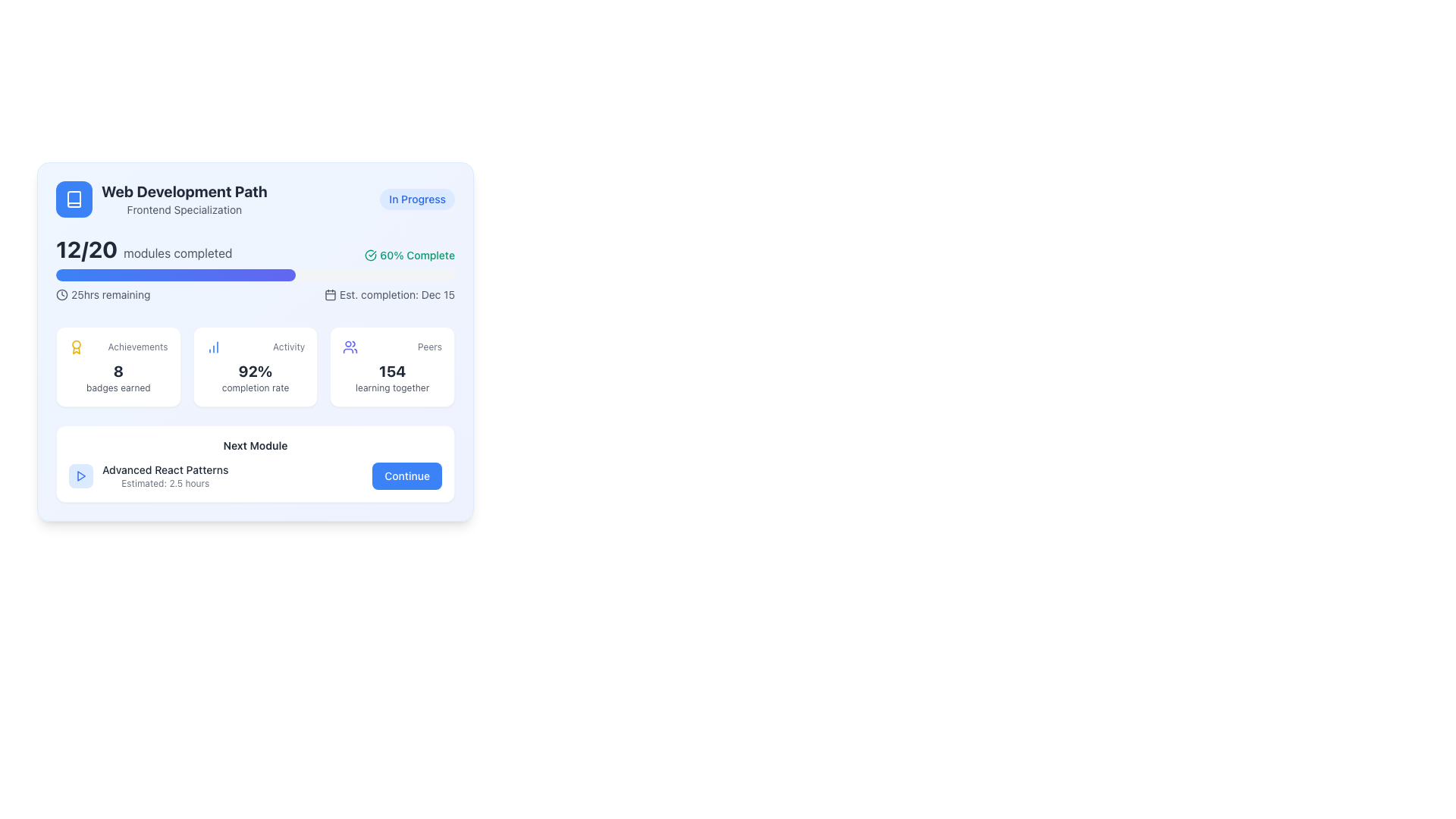 This screenshot has height=819, width=1456. Describe the element at coordinates (165, 469) in the screenshot. I see `the static text that serves as a title or descriptor for the next module in the learning interface, located near the bottom-left corner of the 'Next Module' card` at that location.